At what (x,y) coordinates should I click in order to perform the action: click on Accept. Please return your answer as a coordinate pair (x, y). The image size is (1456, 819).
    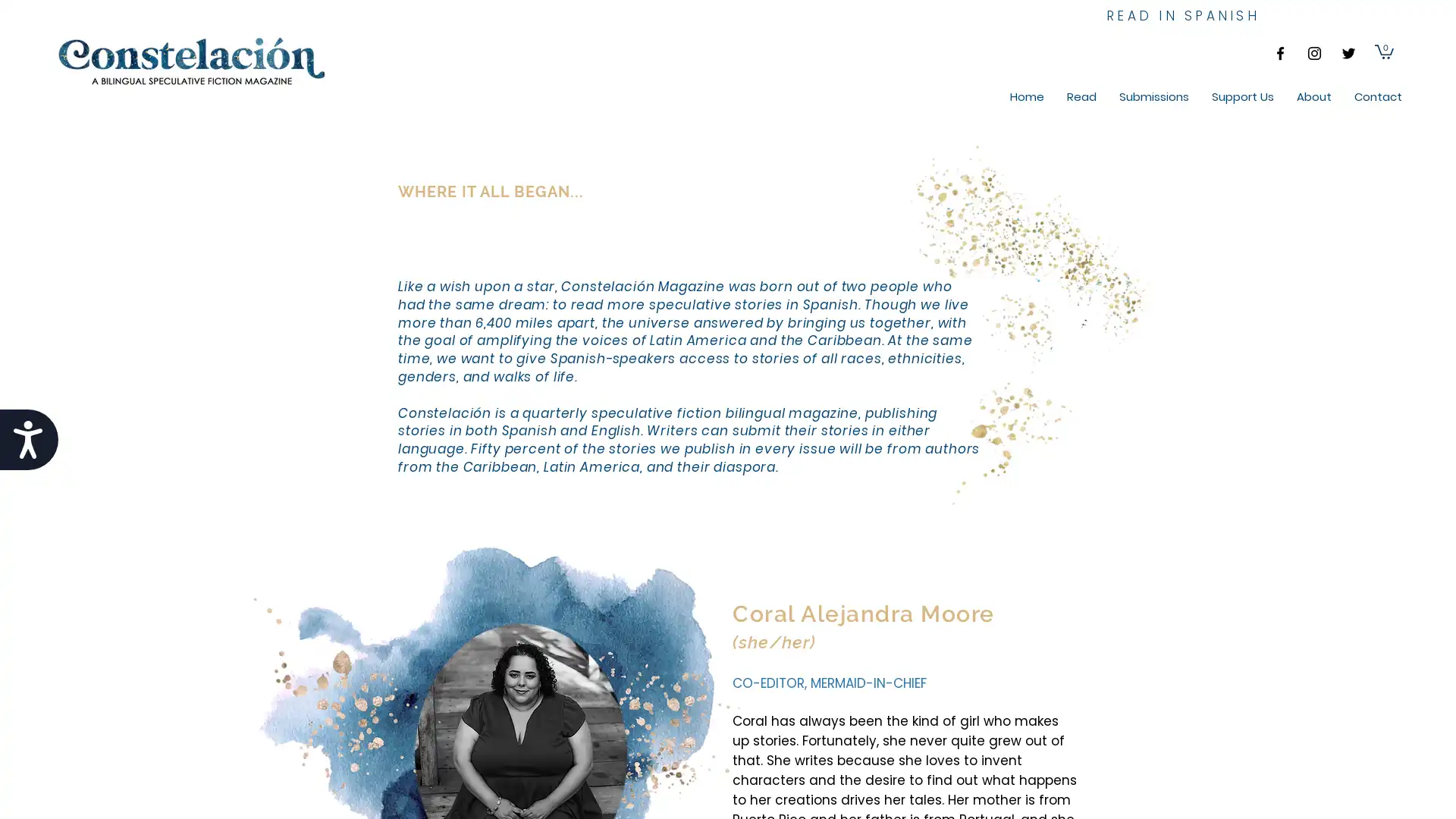
    Looking at the image, I should click on (1388, 792).